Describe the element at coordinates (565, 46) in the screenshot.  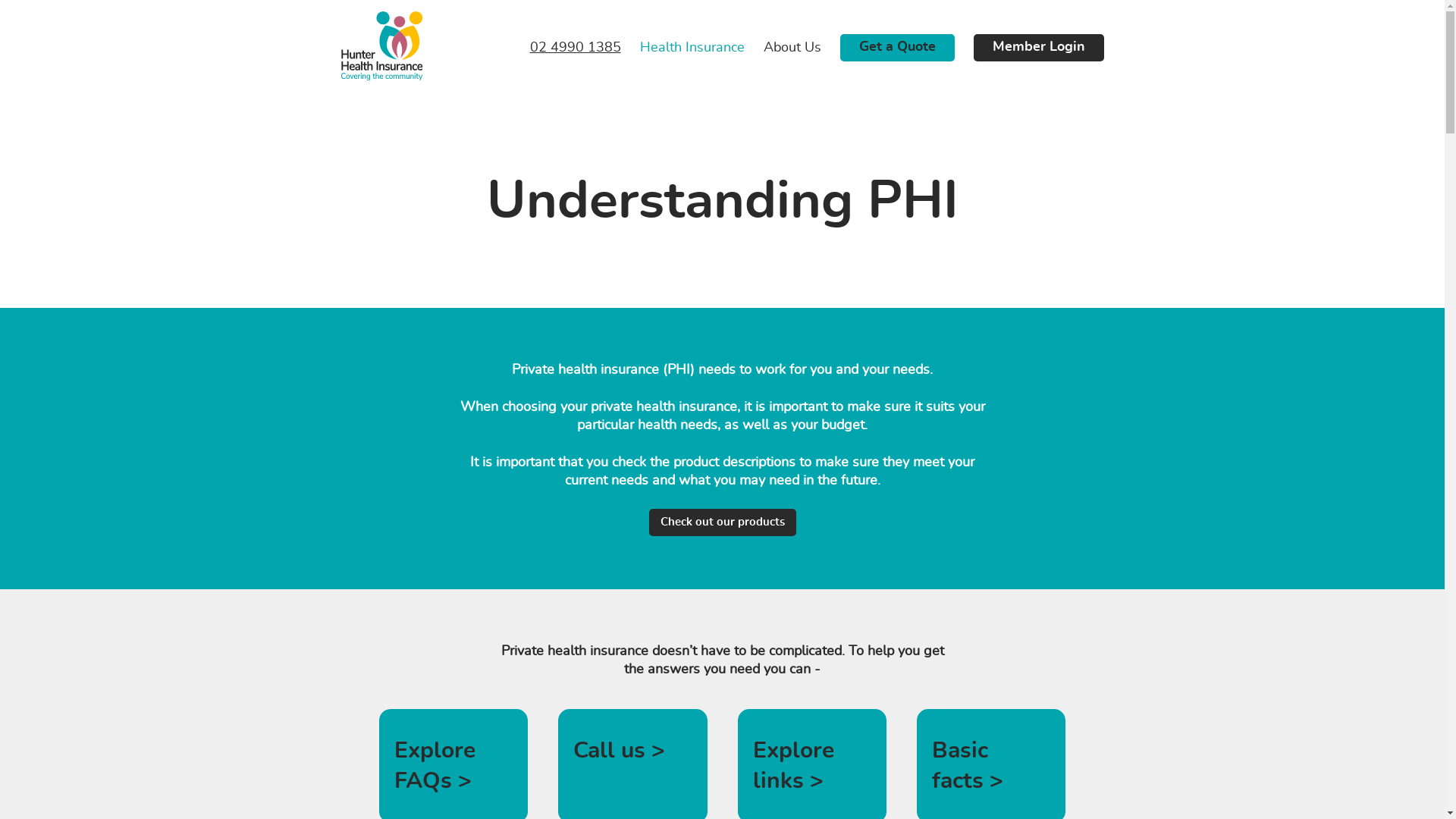
I see `'02 4990 1385'` at that location.